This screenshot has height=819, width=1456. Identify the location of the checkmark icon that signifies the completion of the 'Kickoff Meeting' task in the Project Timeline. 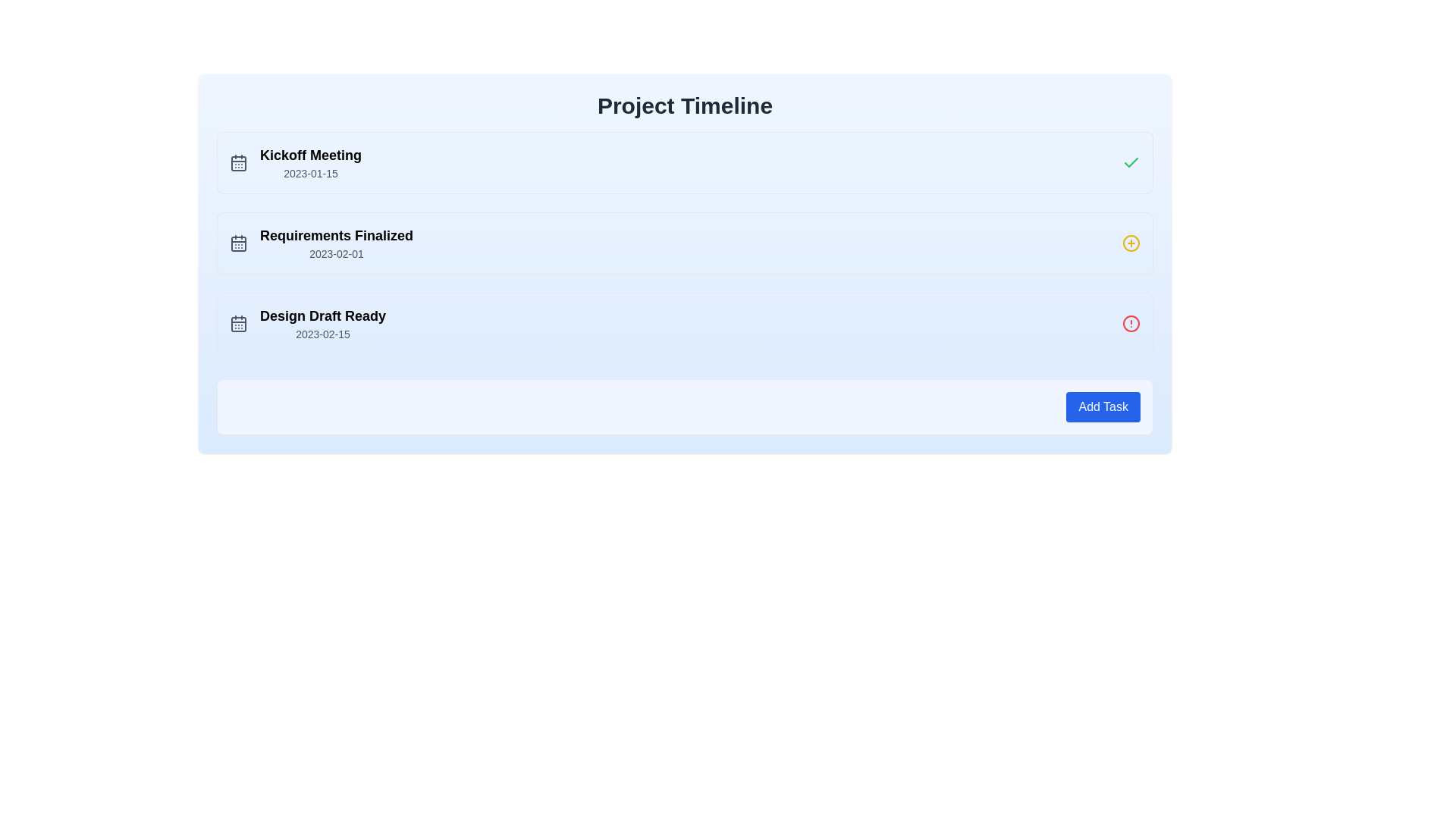
(1131, 162).